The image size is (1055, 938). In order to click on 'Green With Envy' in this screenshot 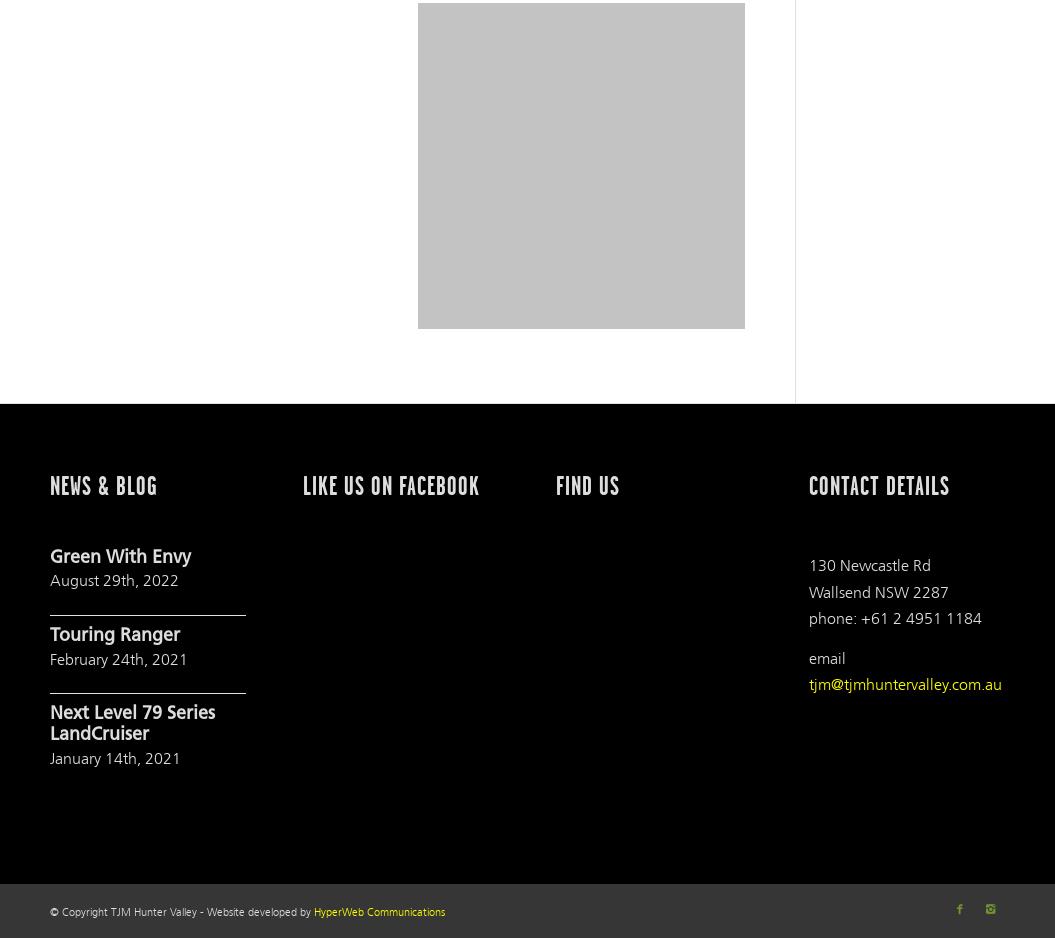, I will do `click(50, 557)`.